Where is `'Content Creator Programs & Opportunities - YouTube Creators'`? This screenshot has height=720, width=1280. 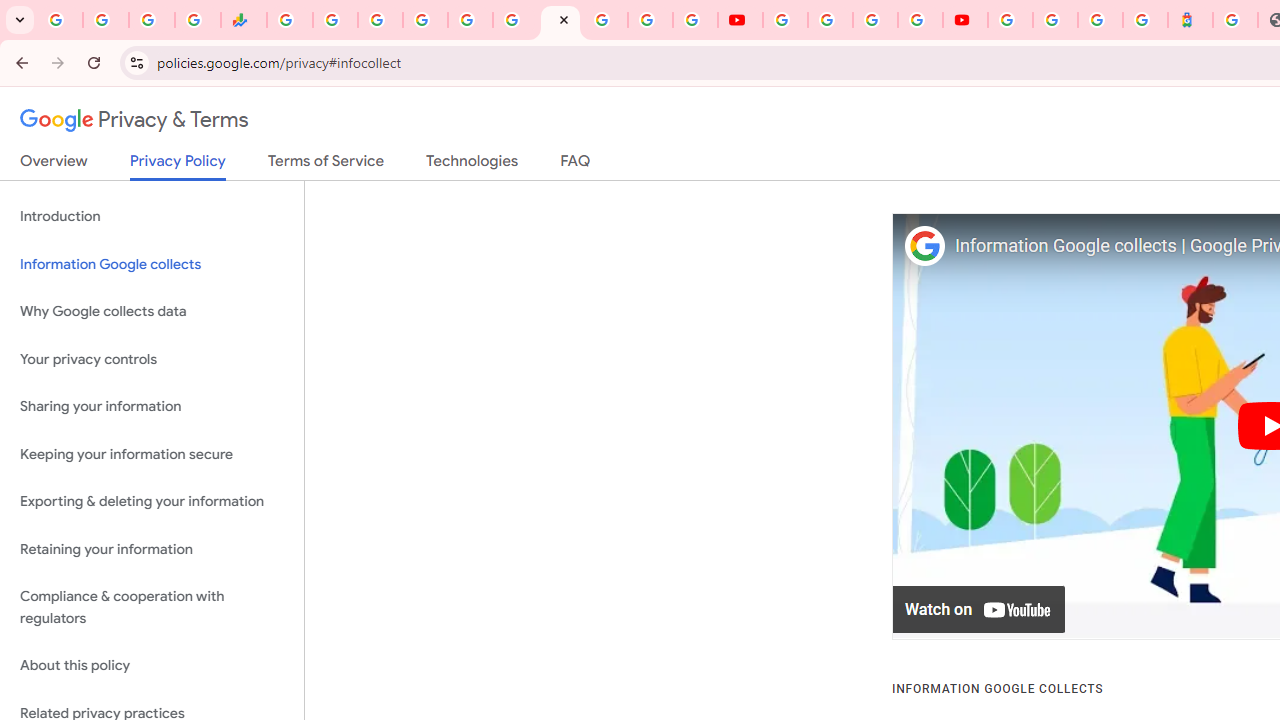
'Content Creator Programs & Opportunities - YouTube Creators' is located at coordinates (965, 20).